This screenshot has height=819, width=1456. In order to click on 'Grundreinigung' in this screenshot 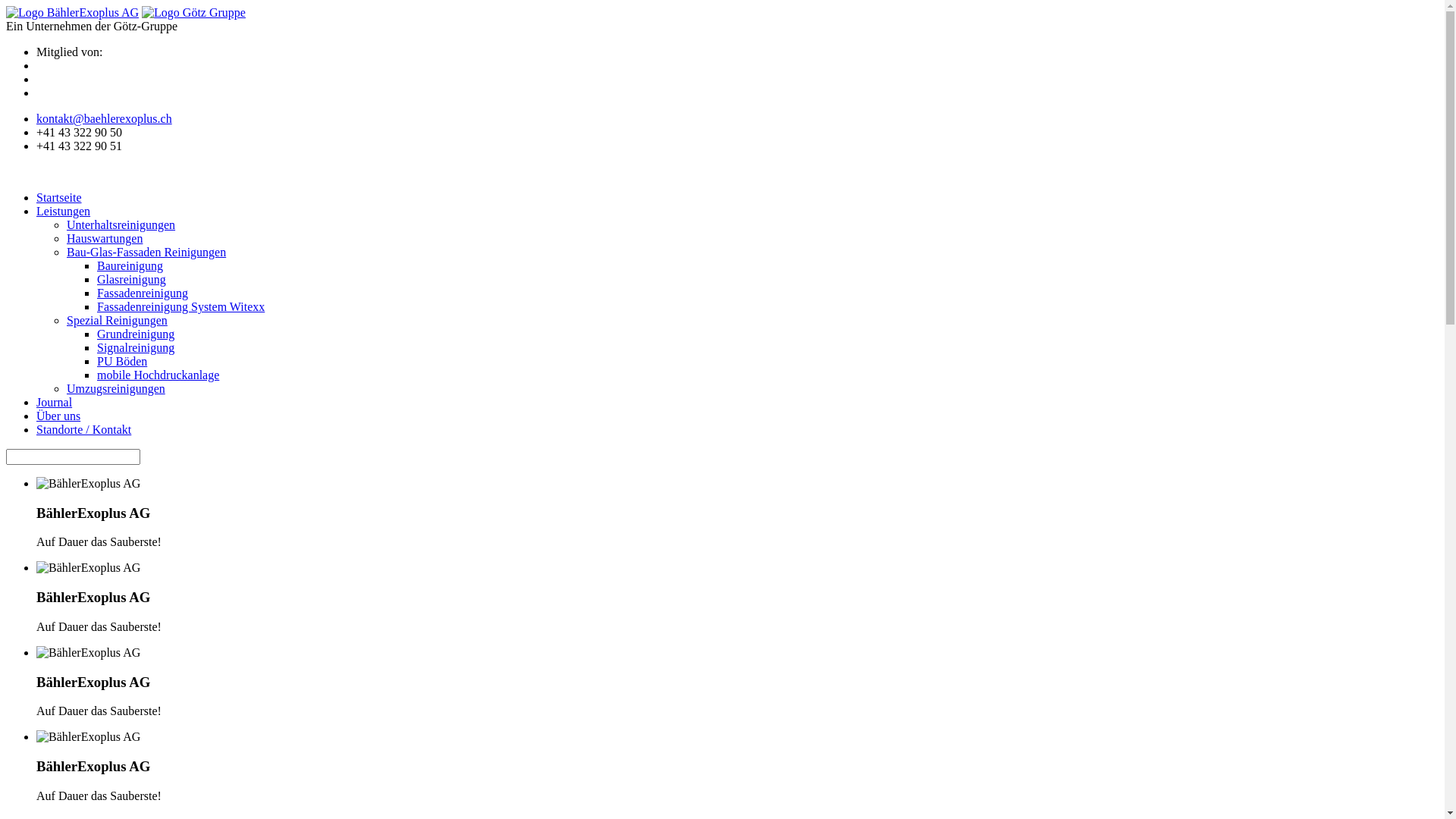, I will do `click(135, 333)`.